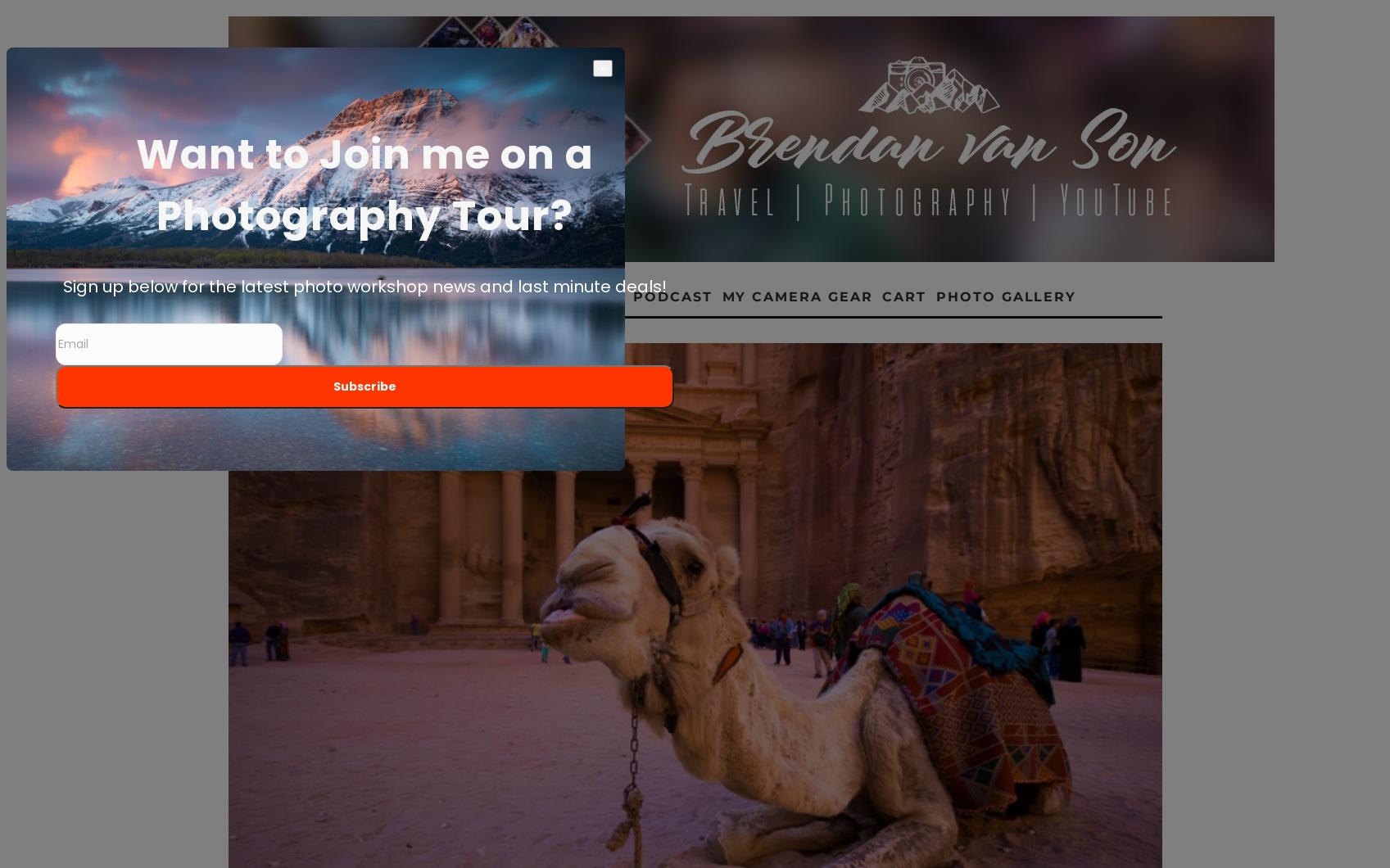  I want to click on 'Type to search or hit ESC to close', so click(392, 846).